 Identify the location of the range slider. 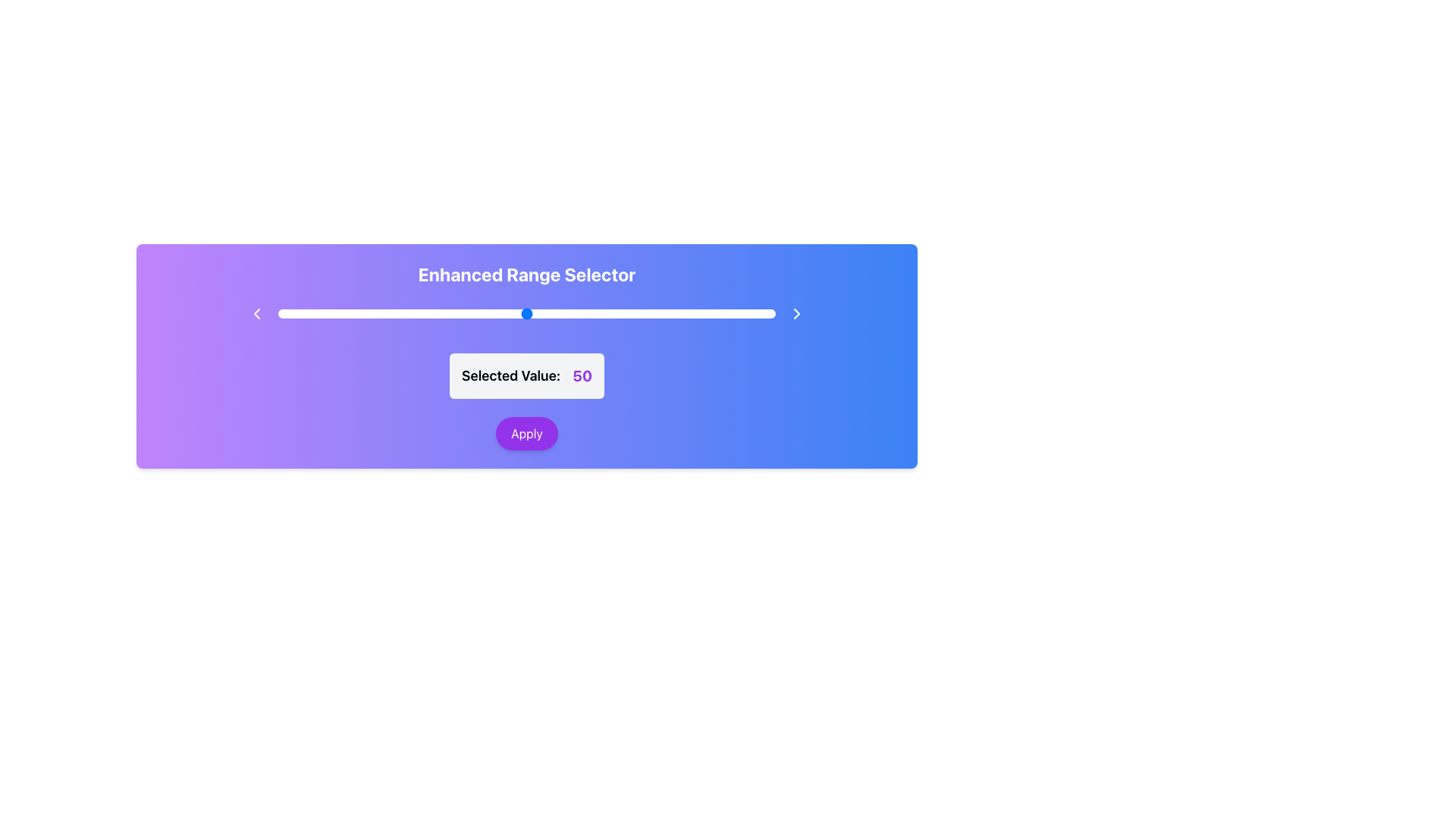
(362, 312).